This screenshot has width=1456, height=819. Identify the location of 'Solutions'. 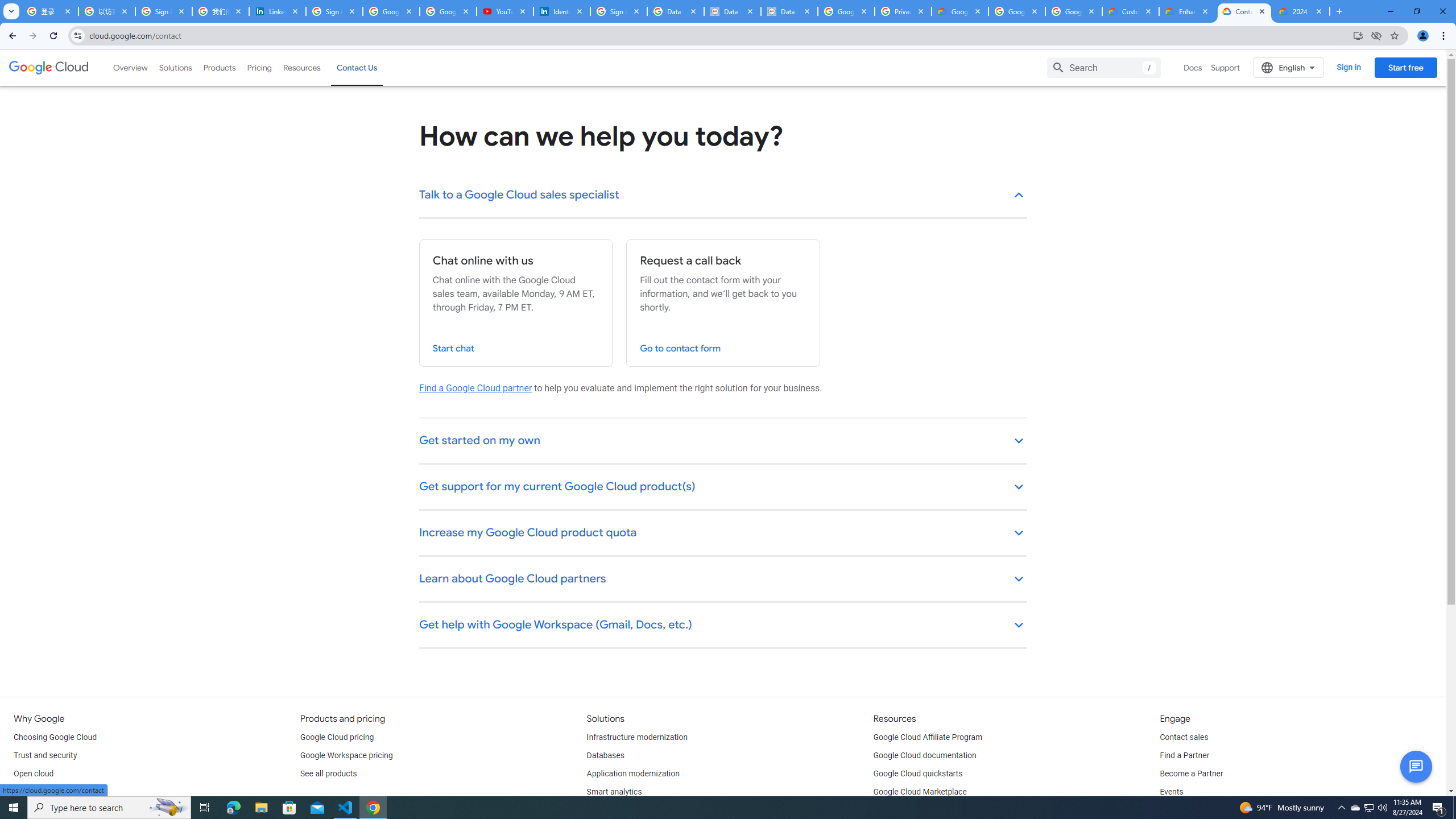
(175, 67).